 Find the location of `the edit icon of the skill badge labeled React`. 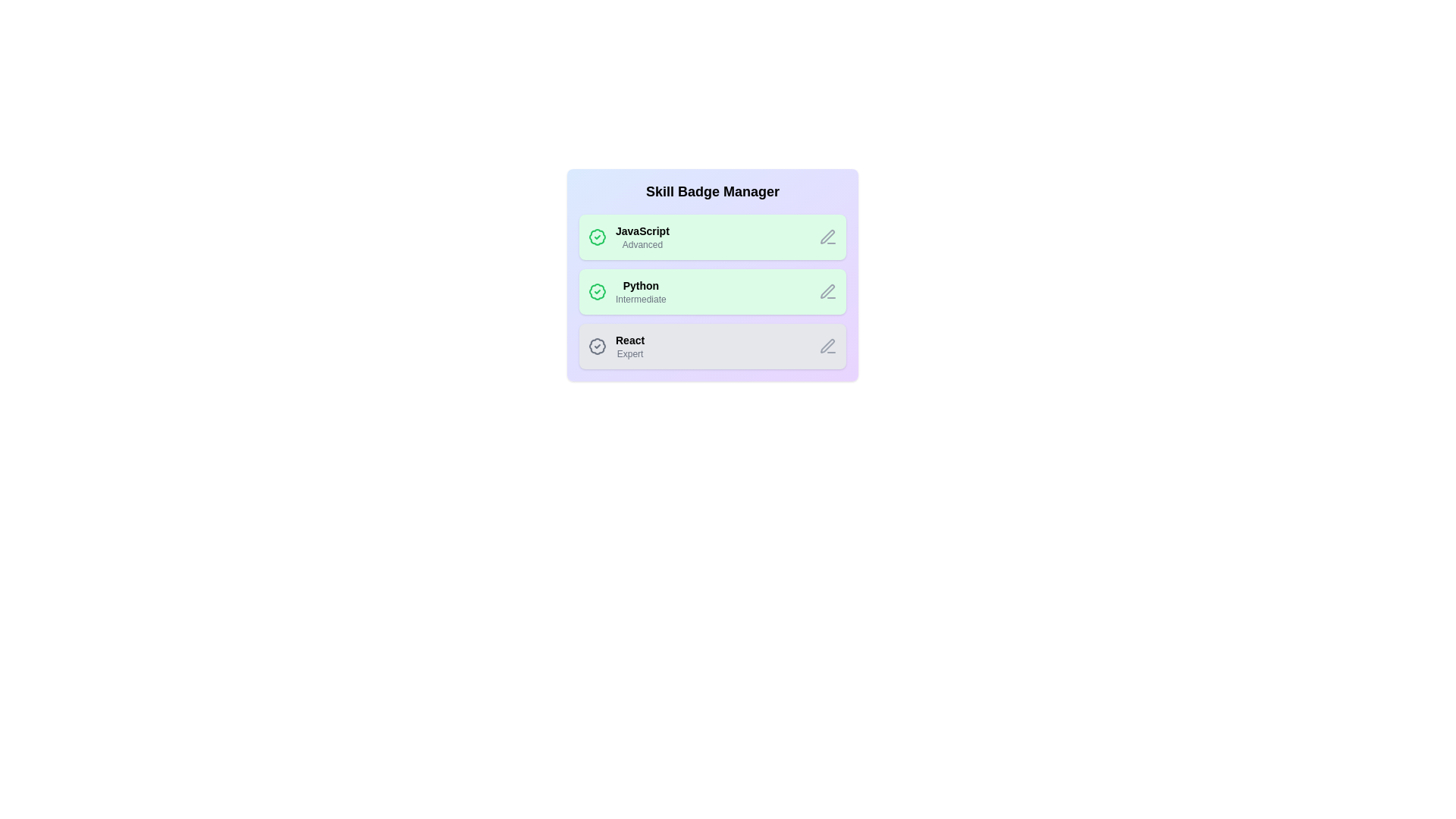

the edit icon of the skill badge labeled React is located at coordinates (827, 346).